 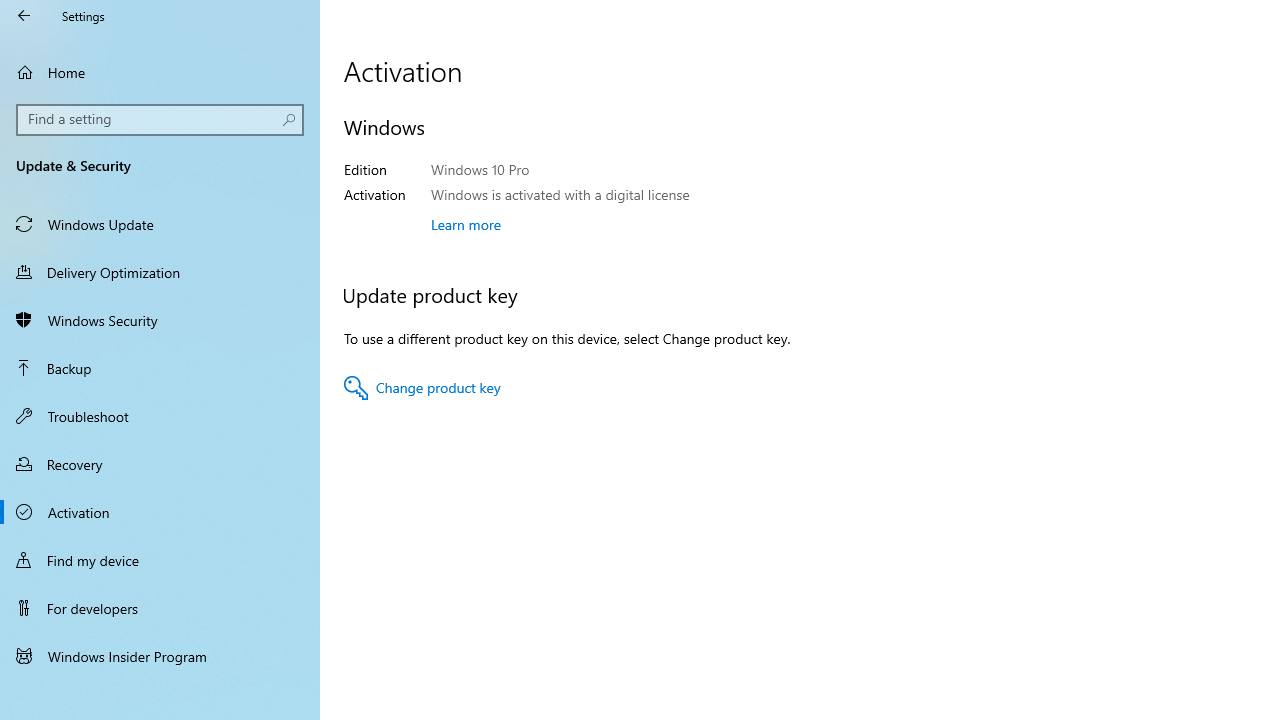 What do you see at coordinates (160, 414) in the screenshot?
I see `'Troubleshoot'` at bounding box center [160, 414].